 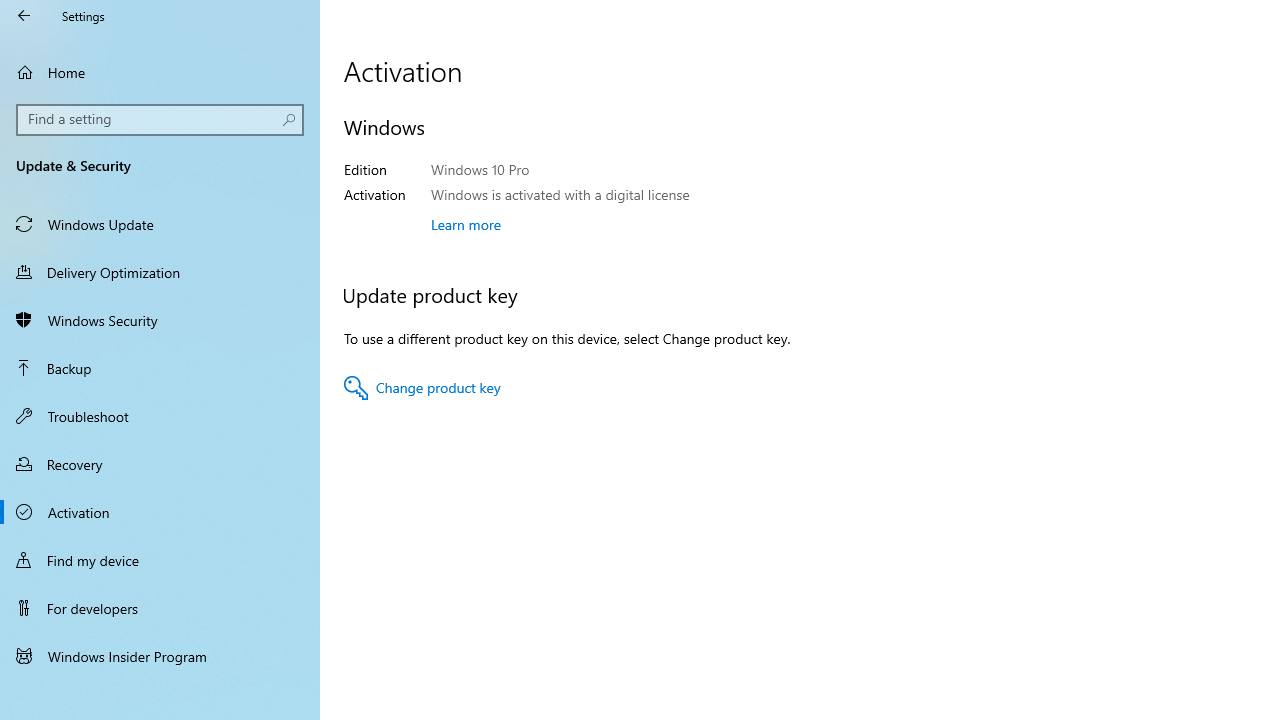 What do you see at coordinates (160, 414) in the screenshot?
I see `'Troubleshoot'` at bounding box center [160, 414].